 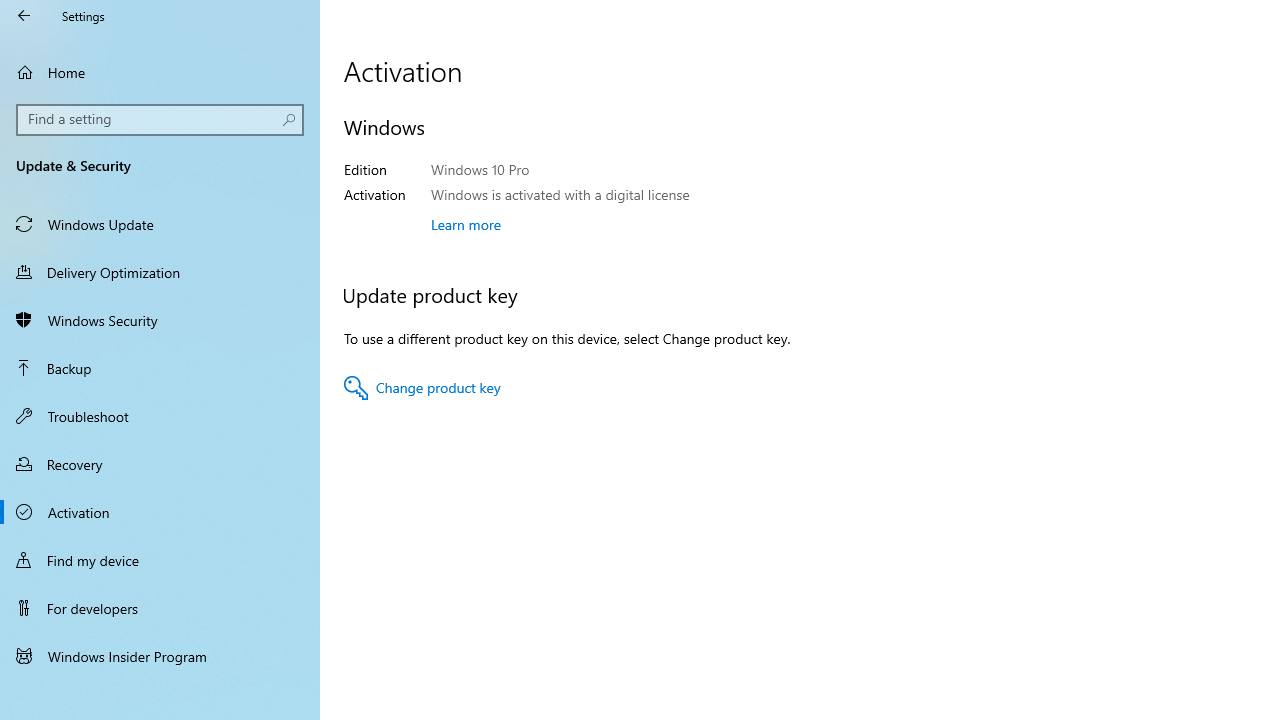 What do you see at coordinates (160, 414) in the screenshot?
I see `'Troubleshoot'` at bounding box center [160, 414].